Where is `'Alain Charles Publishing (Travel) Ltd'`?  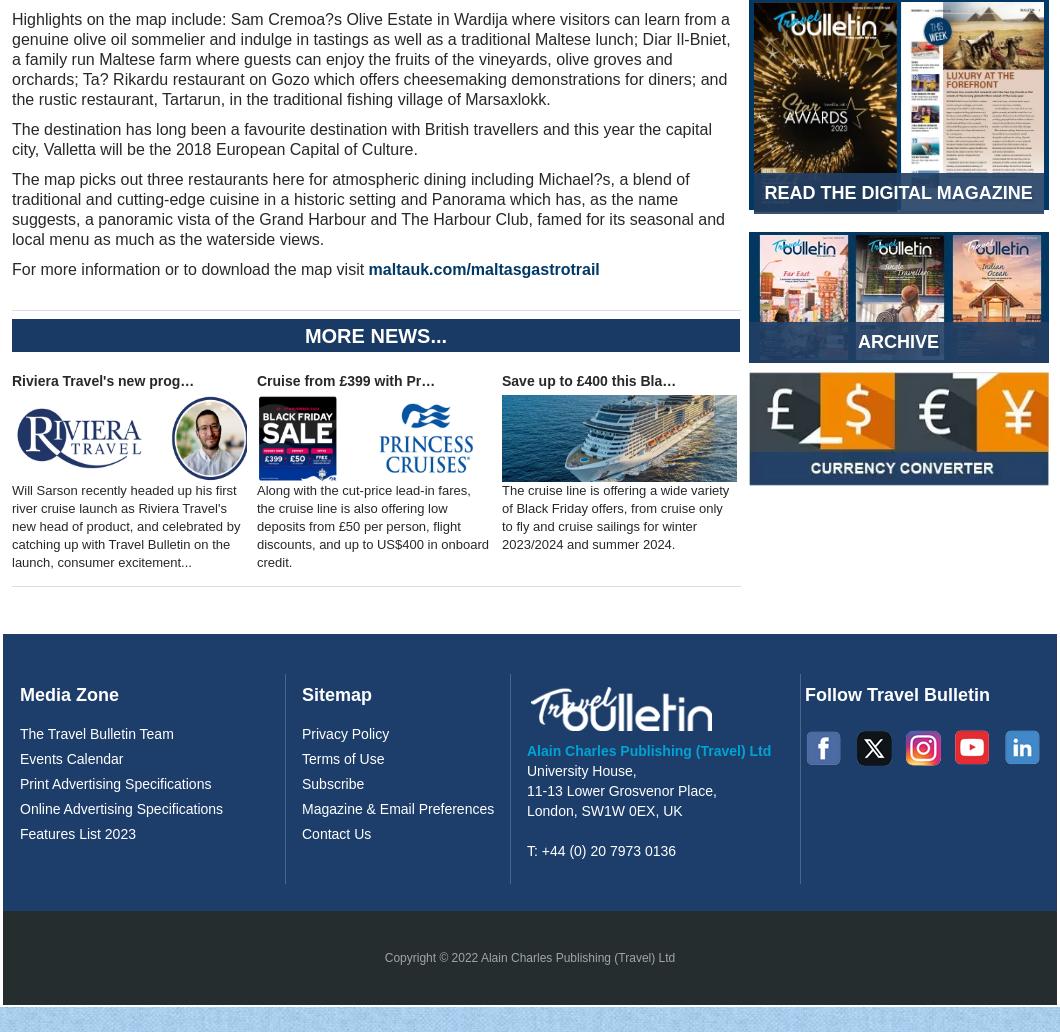
'Alain Charles Publishing (Travel) Ltd' is located at coordinates (649, 748).